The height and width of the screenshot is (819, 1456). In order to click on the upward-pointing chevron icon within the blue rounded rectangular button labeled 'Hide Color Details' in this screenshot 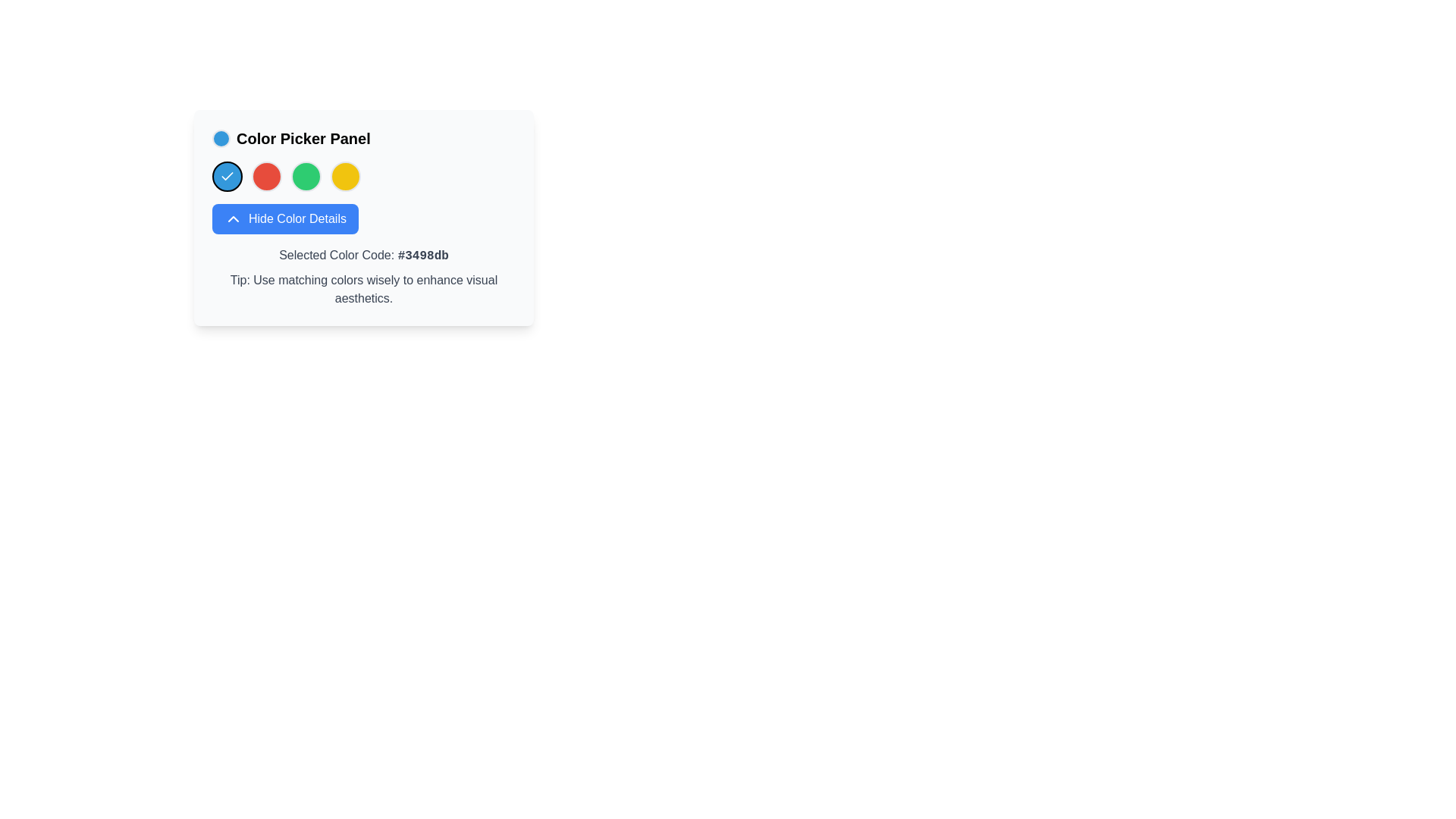, I will do `click(232, 219)`.